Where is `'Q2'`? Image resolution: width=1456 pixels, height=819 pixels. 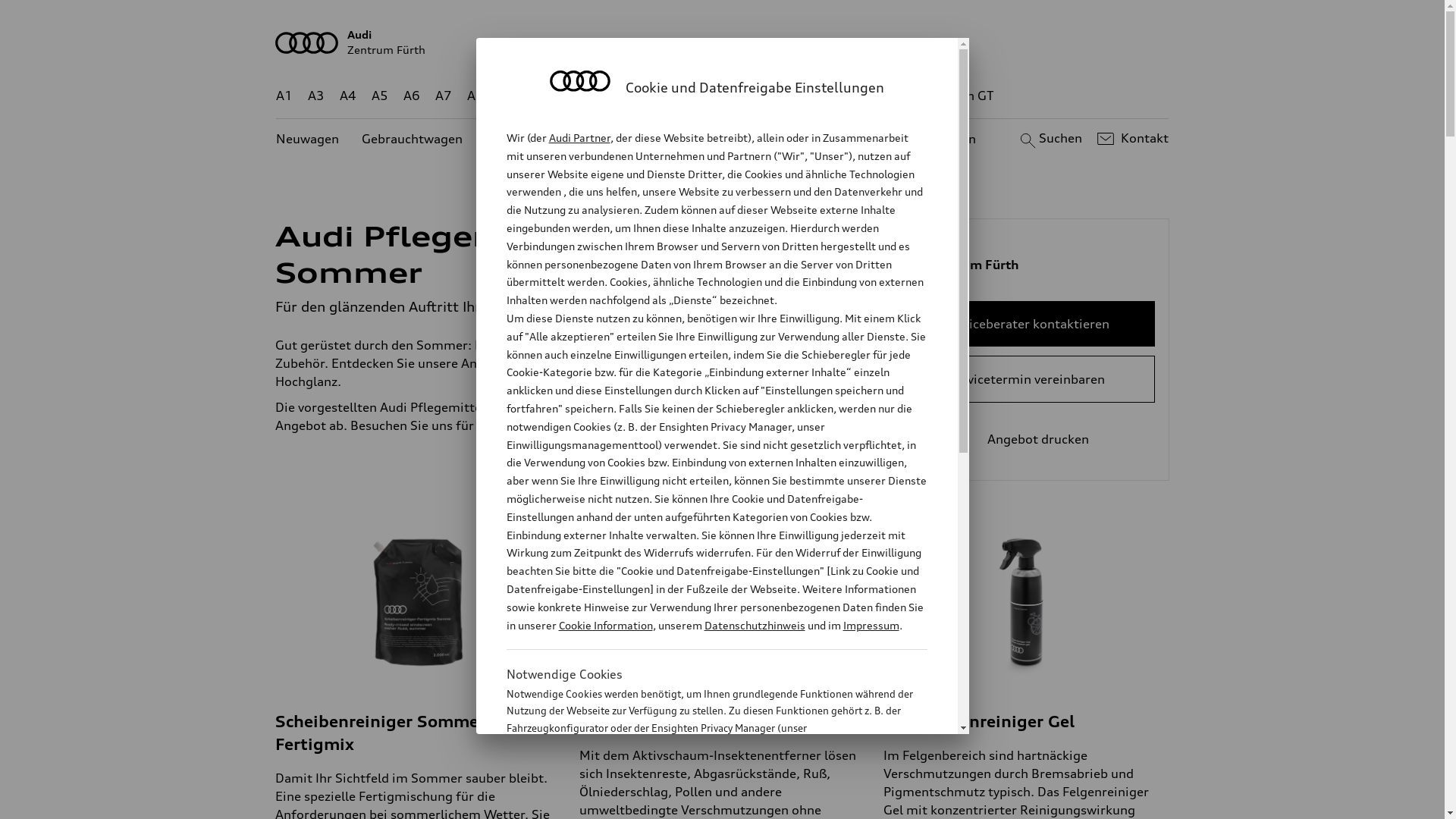
'Q2' is located at coordinates (507, 96).